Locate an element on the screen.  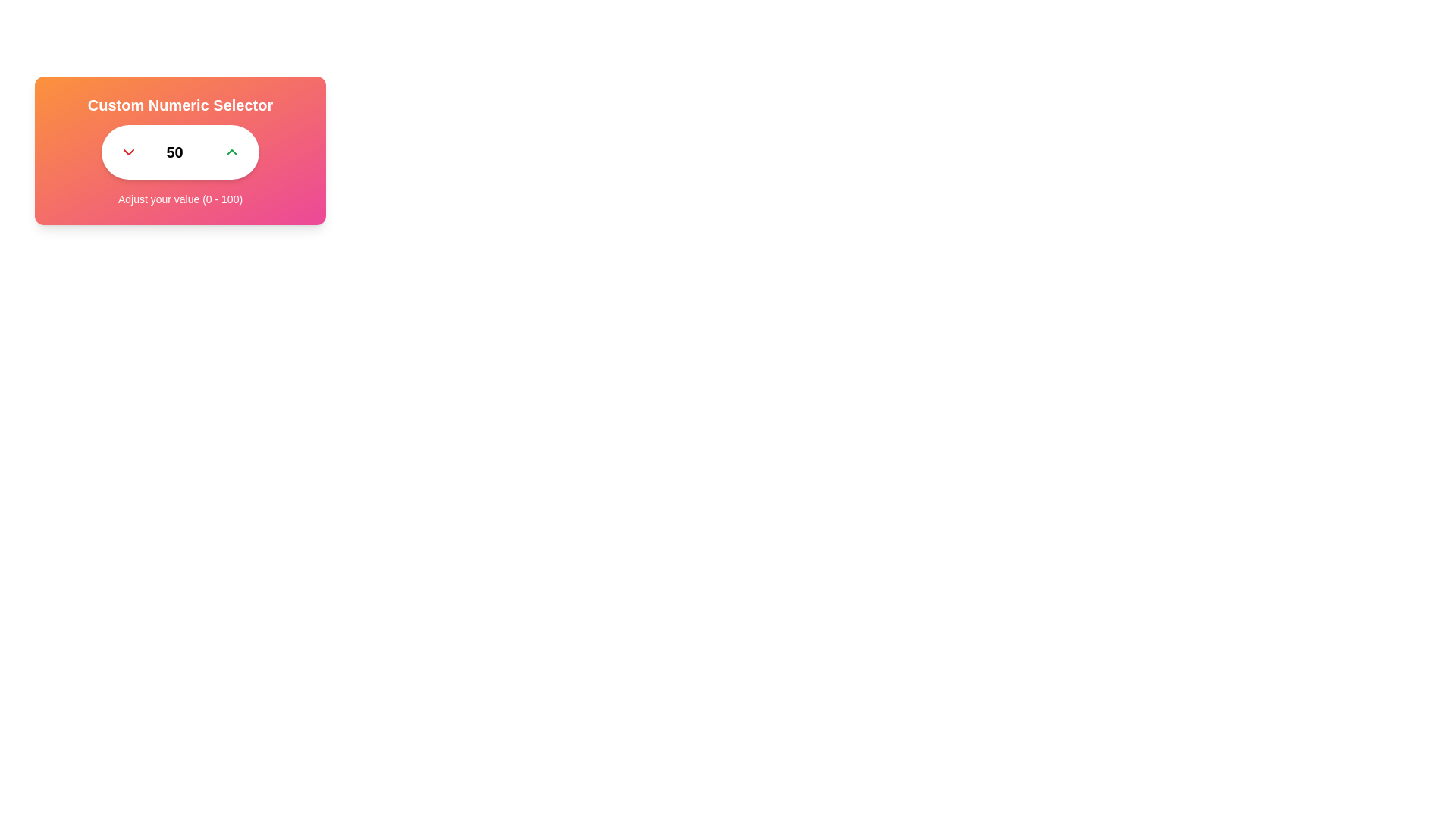
the instructional static text label that guides the user on the valid input range for the numeric selector above it, located at the bottom of the visual card is located at coordinates (180, 198).